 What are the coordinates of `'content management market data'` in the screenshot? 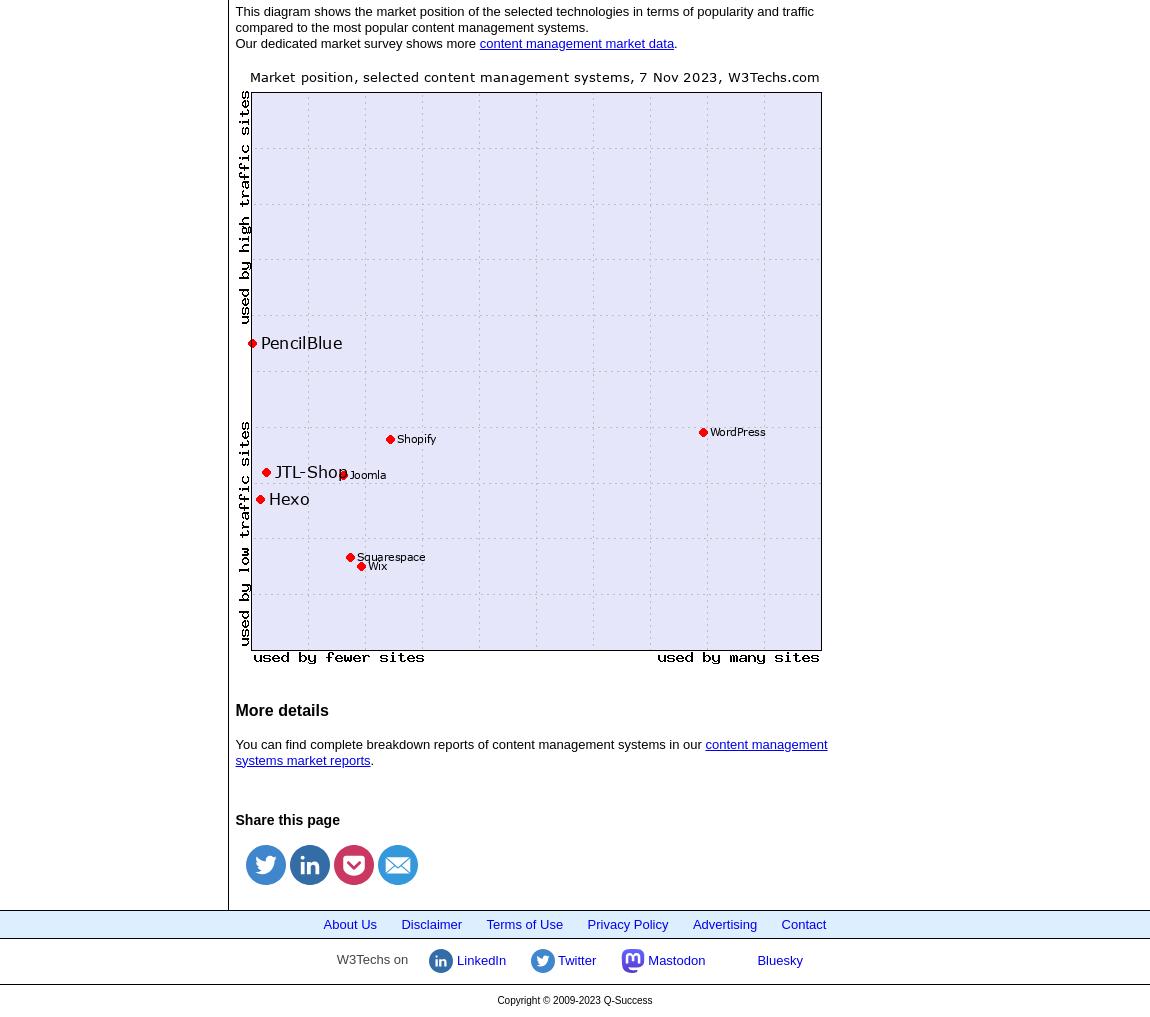 It's located at (575, 41).